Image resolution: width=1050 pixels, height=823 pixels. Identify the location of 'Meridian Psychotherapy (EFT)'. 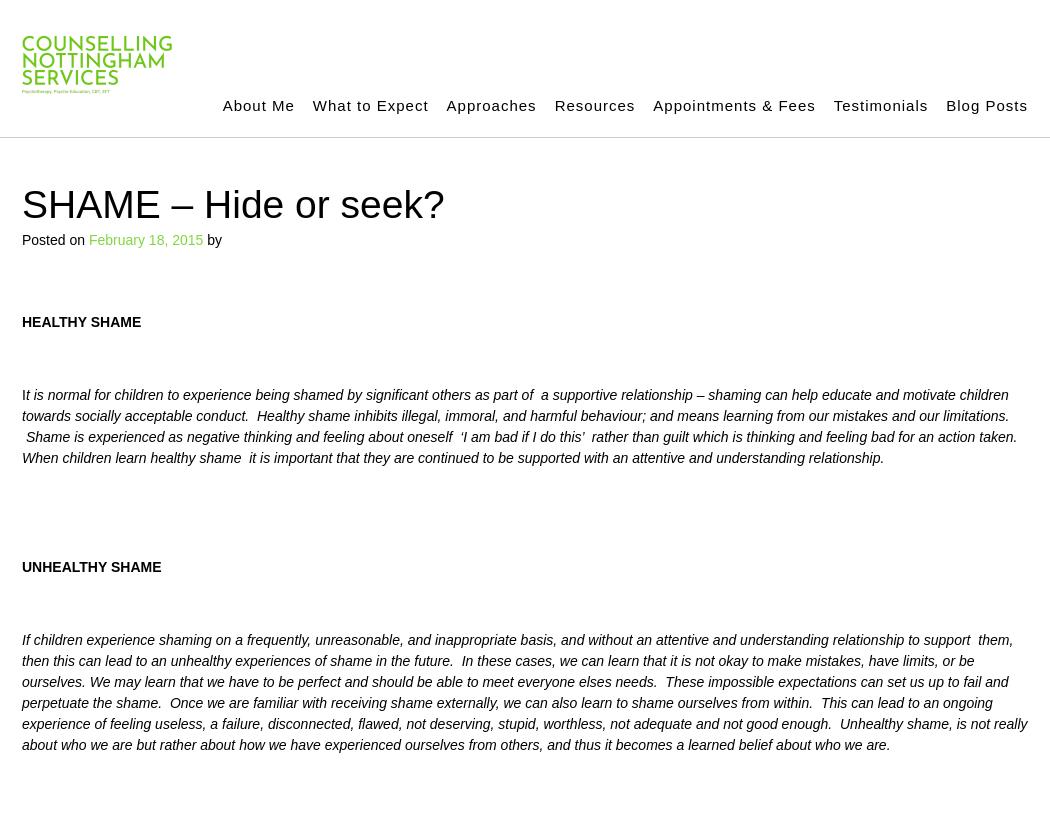
(481, 205).